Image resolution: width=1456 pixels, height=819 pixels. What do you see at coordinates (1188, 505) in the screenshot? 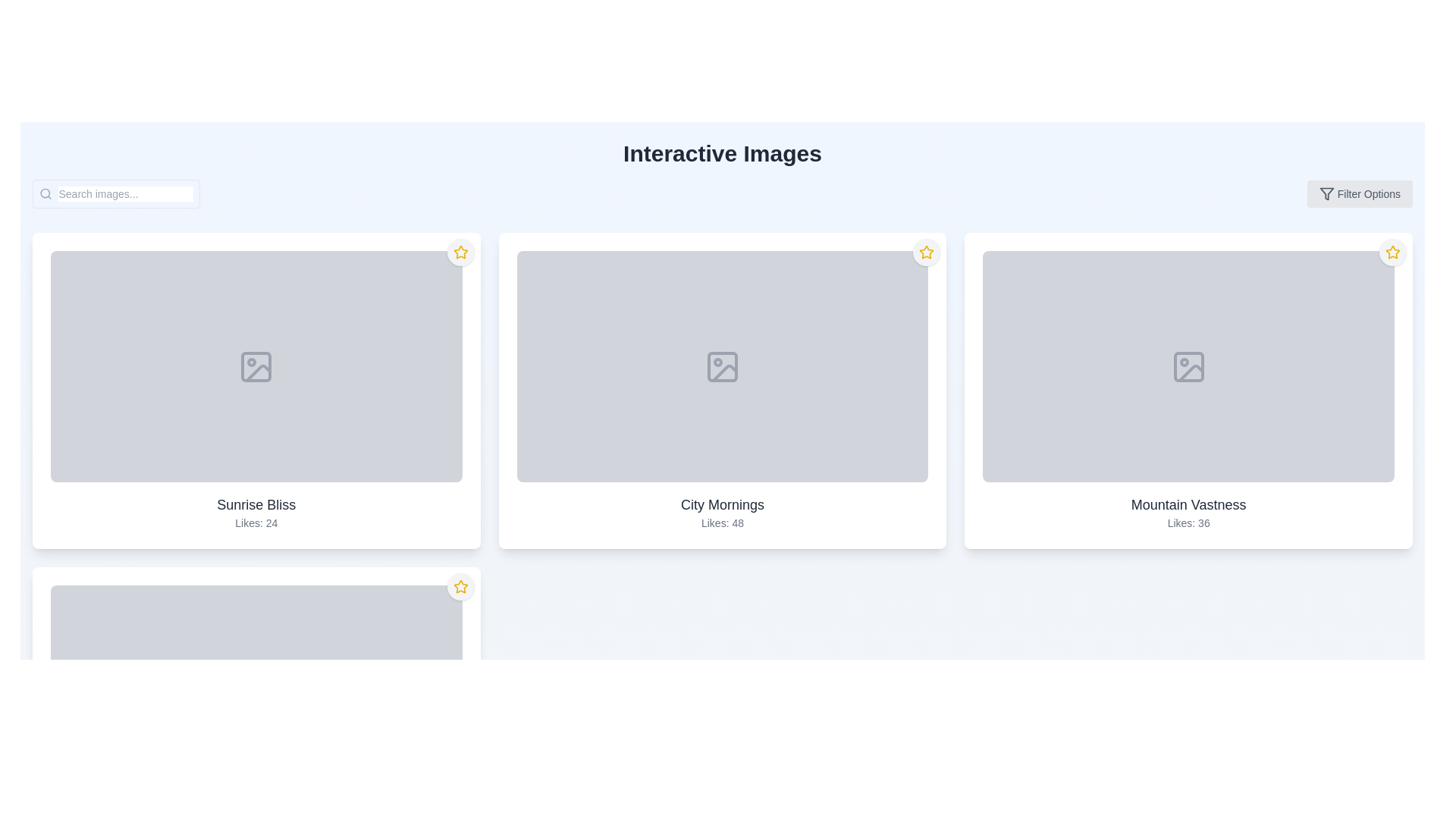
I see `the Text Label that identifies the 'Mountain Vastness' item, which is located beneath the placeholder image and above the 'Likes: 36' label` at bounding box center [1188, 505].